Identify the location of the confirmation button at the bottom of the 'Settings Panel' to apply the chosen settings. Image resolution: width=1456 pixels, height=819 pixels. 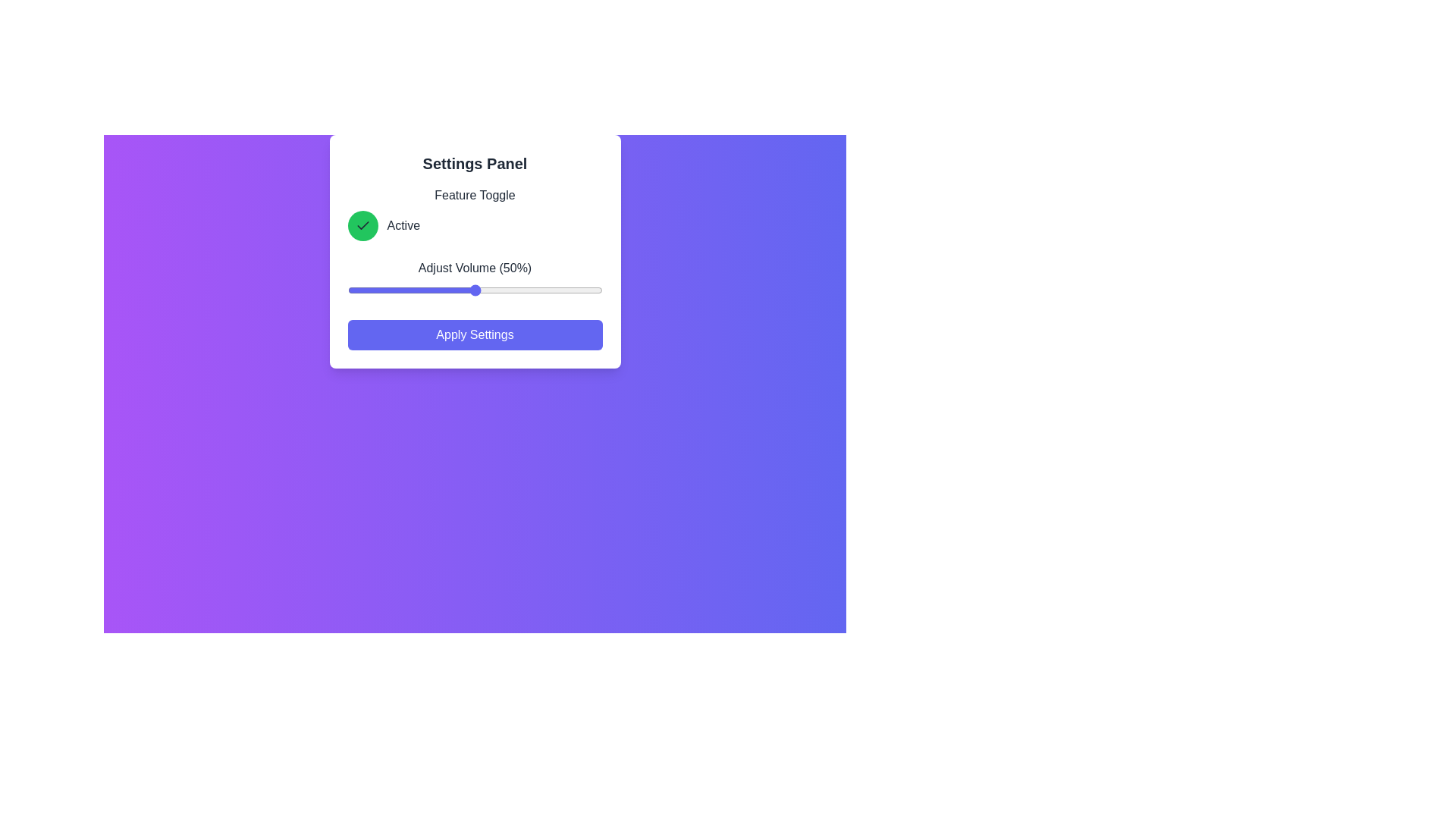
(474, 334).